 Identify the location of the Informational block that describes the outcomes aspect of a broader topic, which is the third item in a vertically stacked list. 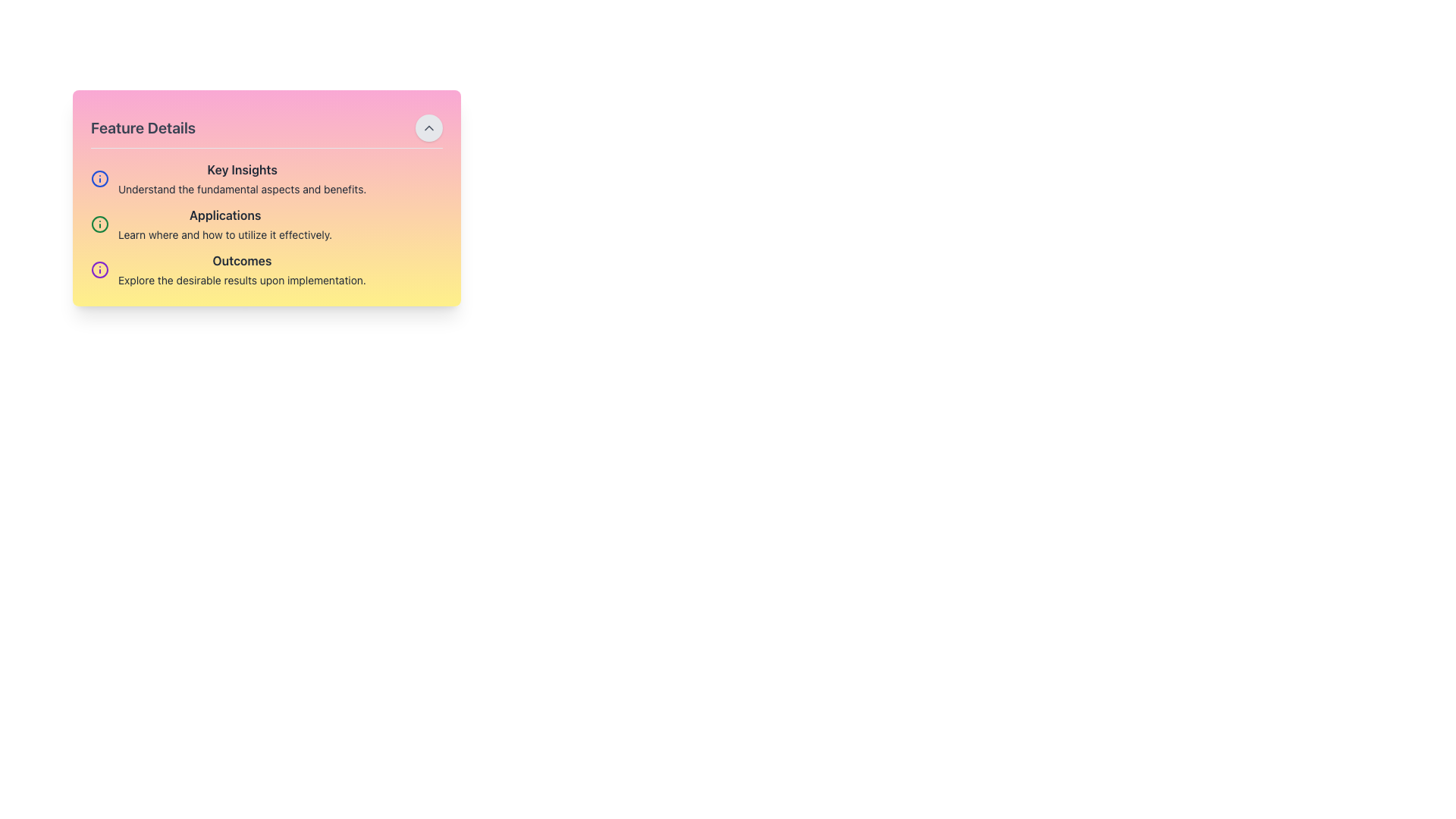
(266, 268).